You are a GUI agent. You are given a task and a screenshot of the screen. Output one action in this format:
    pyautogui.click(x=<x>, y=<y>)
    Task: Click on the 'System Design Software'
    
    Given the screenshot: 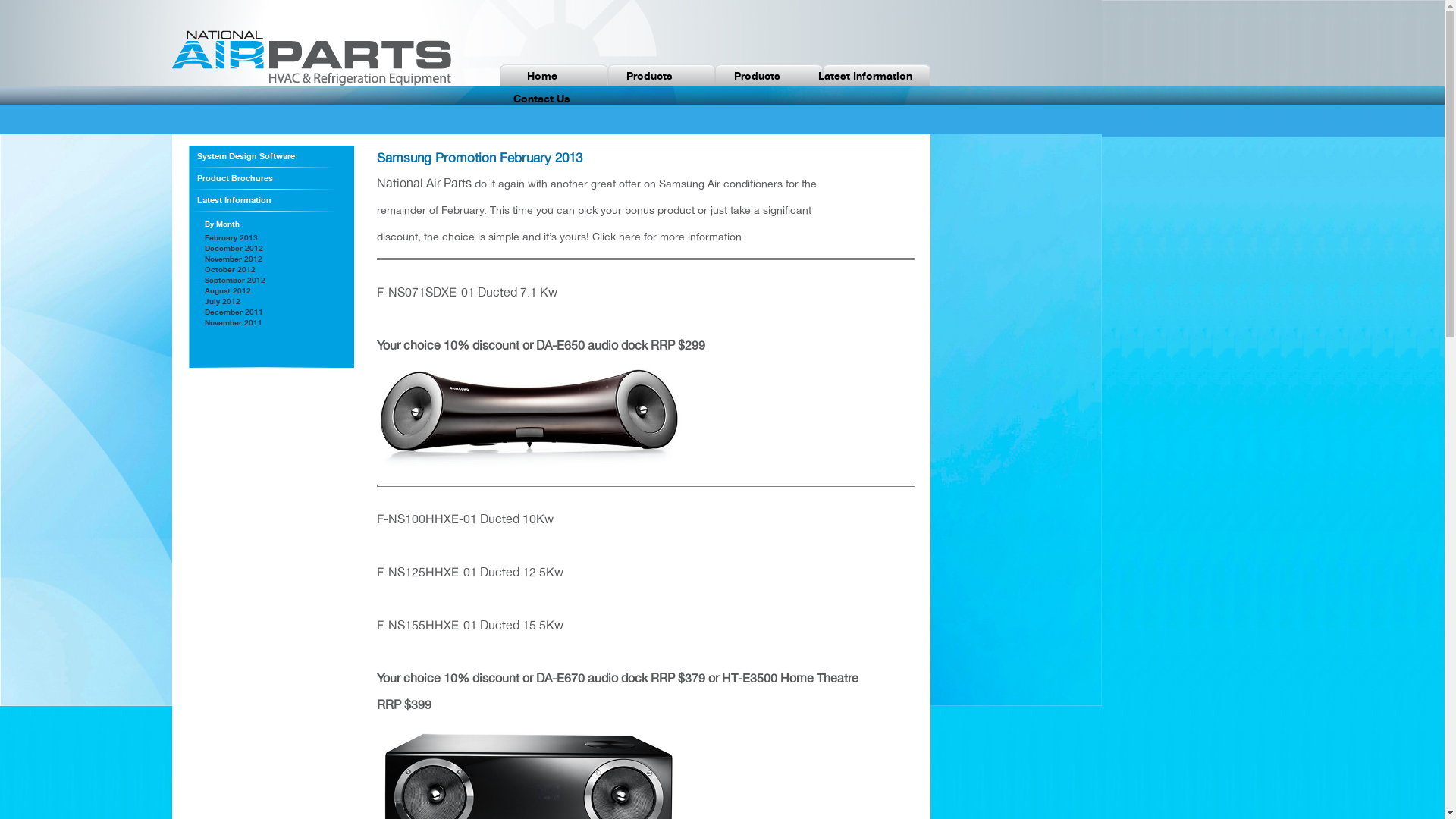 What is the action you would take?
    pyautogui.click(x=196, y=155)
    